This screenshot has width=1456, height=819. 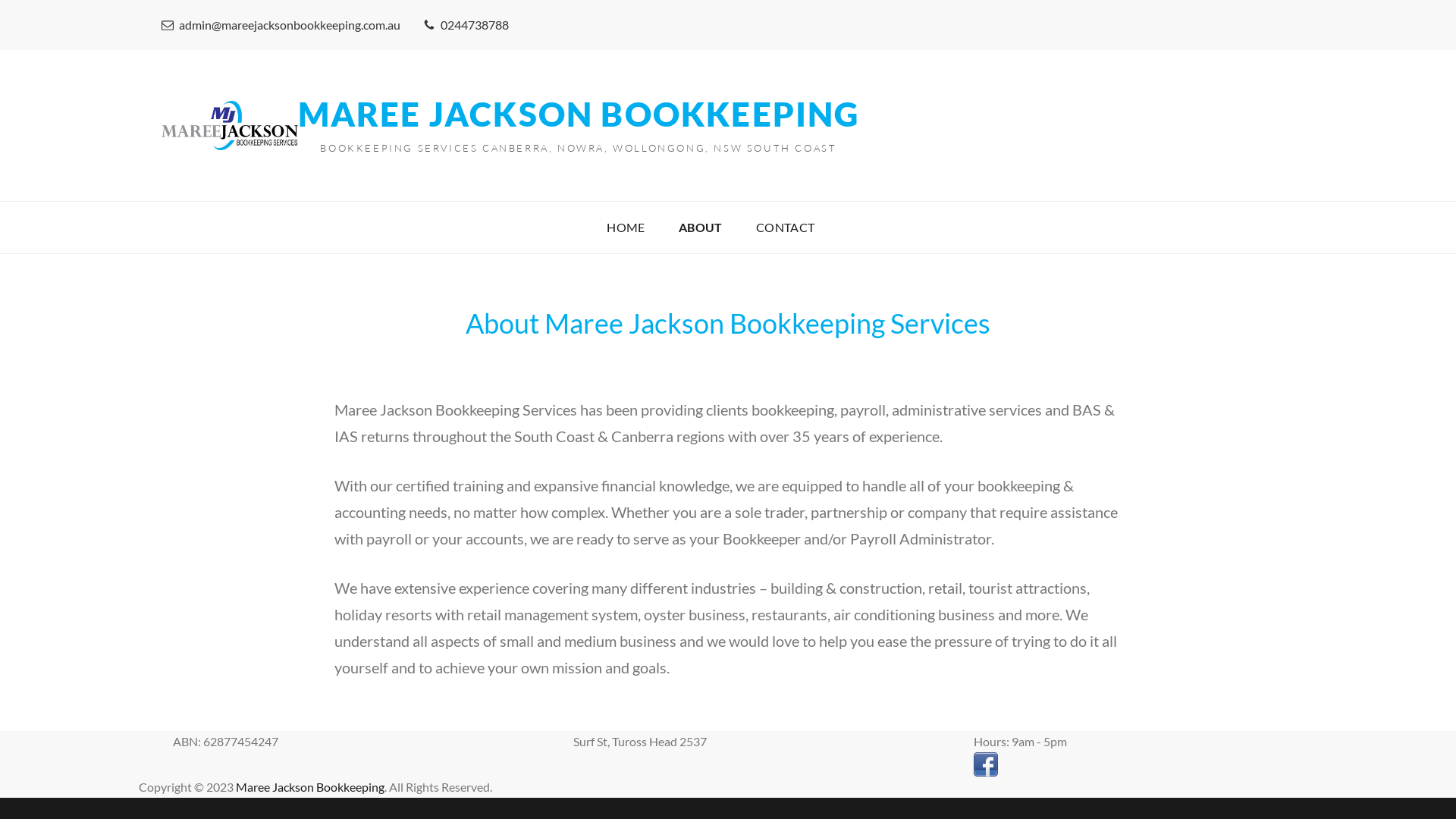 I want to click on 'CONTACT', so click(x=786, y=227).